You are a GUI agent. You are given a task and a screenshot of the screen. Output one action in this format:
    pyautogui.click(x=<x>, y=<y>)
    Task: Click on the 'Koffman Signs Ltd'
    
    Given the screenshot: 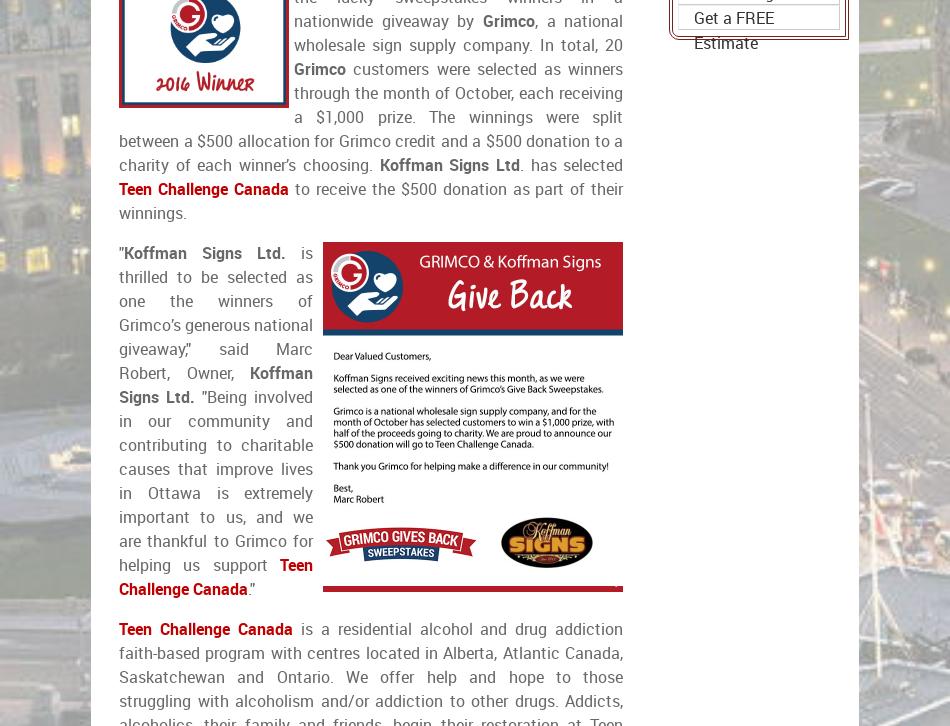 What is the action you would take?
    pyautogui.click(x=447, y=165)
    